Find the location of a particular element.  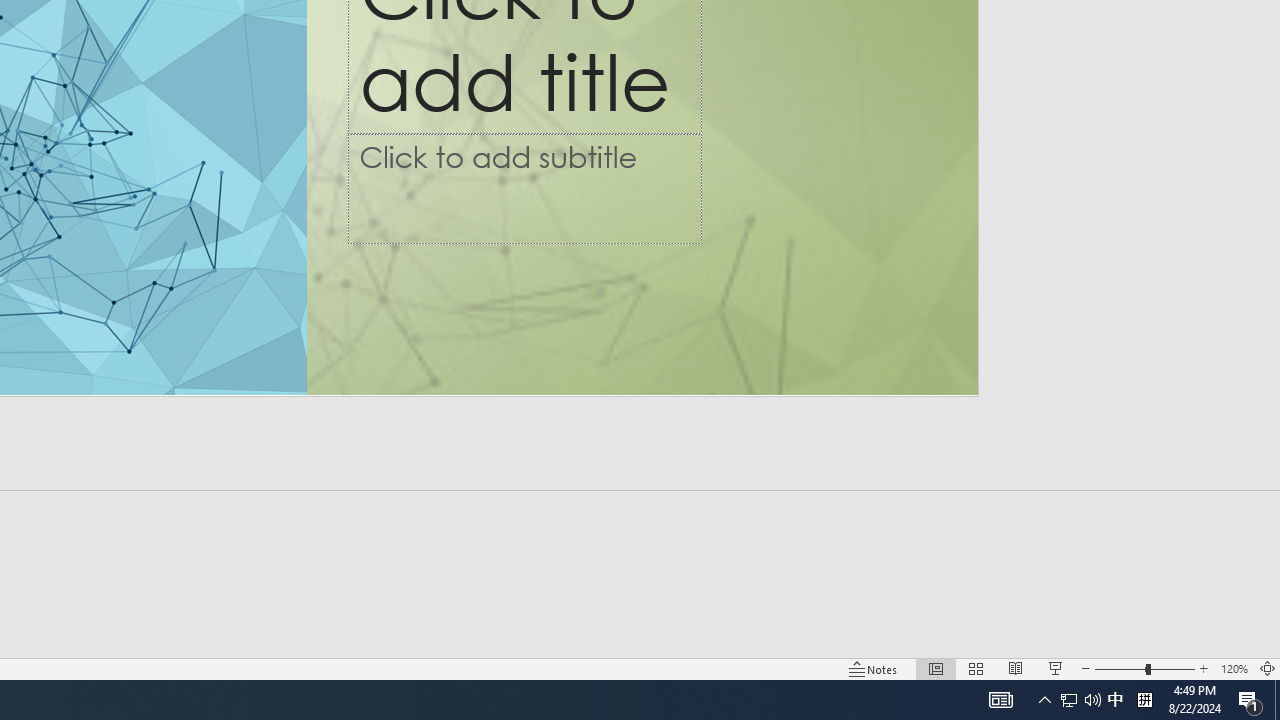

'Zoom to Fit ' is located at coordinates (1266, 669).